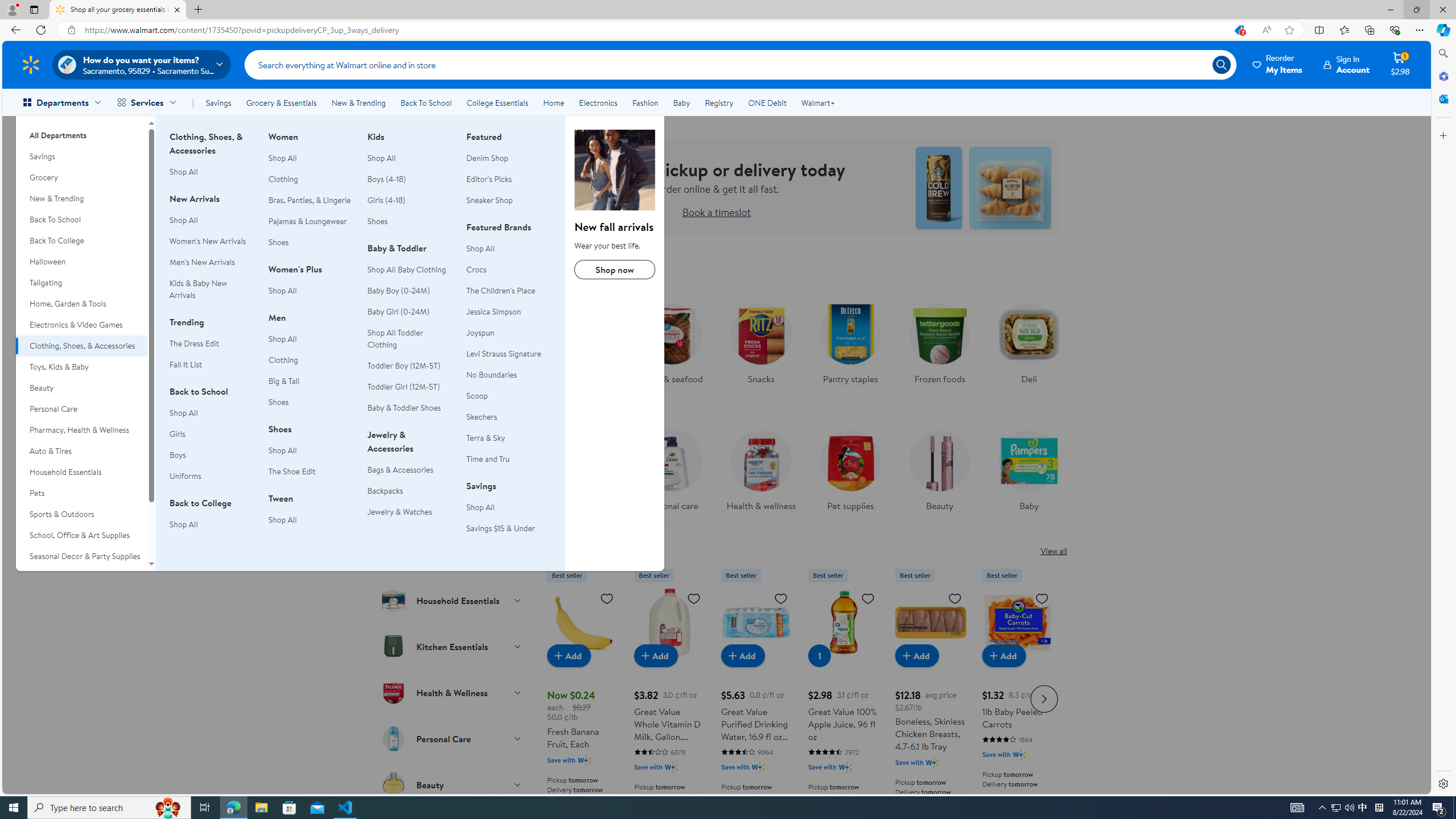  Describe the element at coordinates (760, 340) in the screenshot. I see `'Snacks'` at that location.